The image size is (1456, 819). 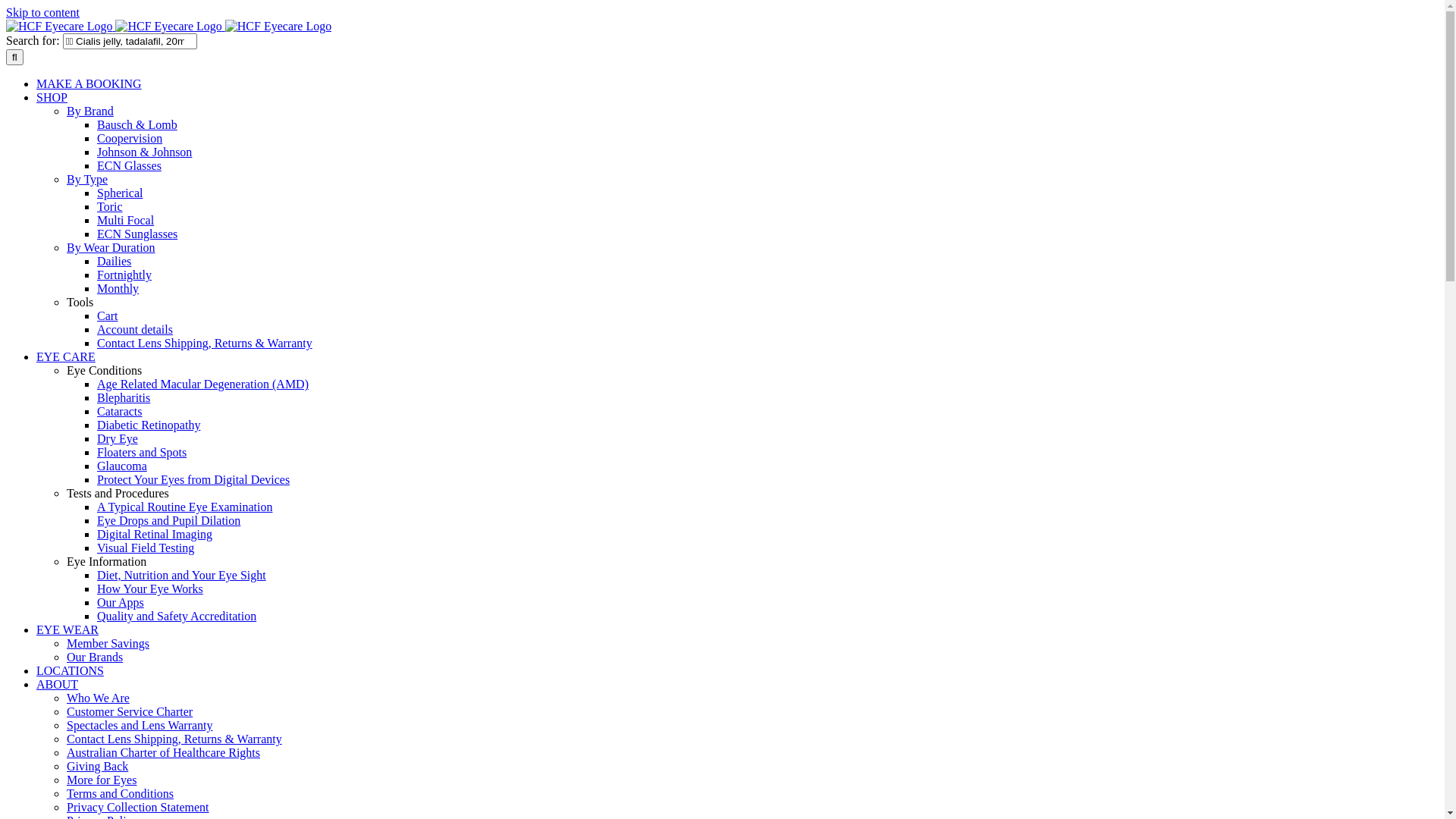 What do you see at coordinates (89, 110) in the screenshot?
I see `'By Brand'` at bounding box center [89, 110].